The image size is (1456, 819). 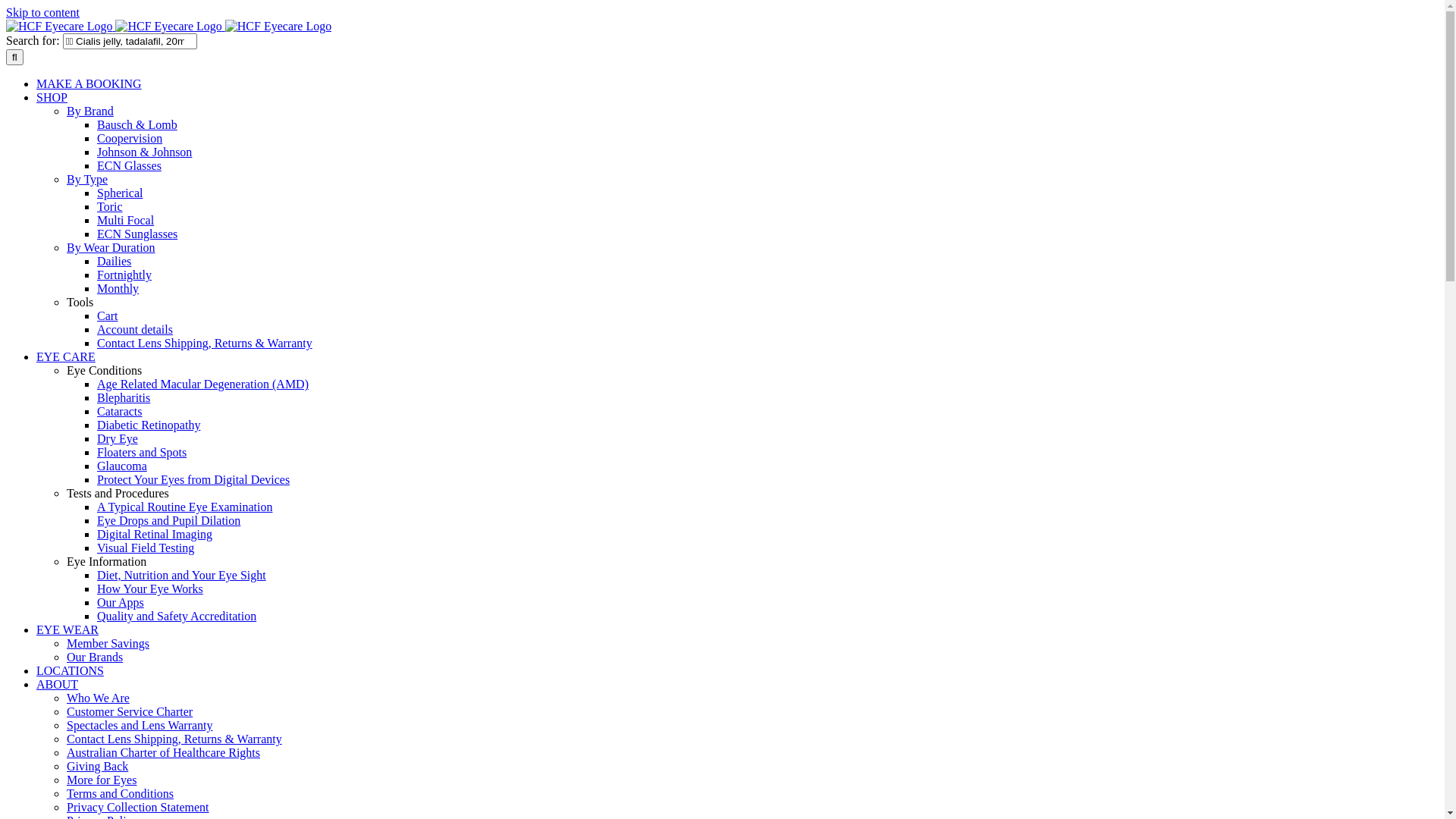 What do you see at coordinates (89, 110) in the screenshot?
I see `'By Brand'` at bounding box center [89, 110].